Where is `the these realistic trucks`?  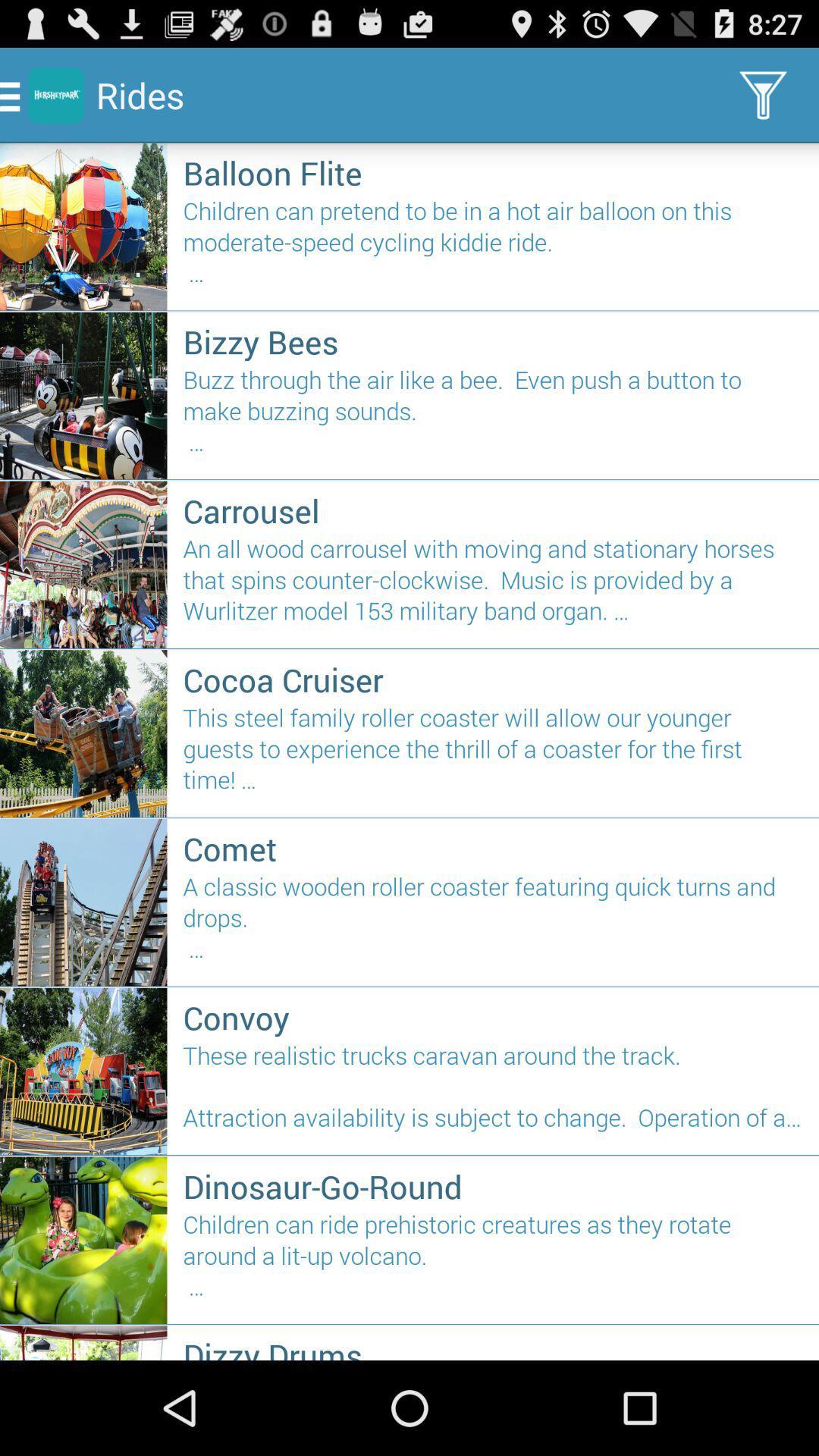 the these realistic trucks is located at coordinates (493, 1093).